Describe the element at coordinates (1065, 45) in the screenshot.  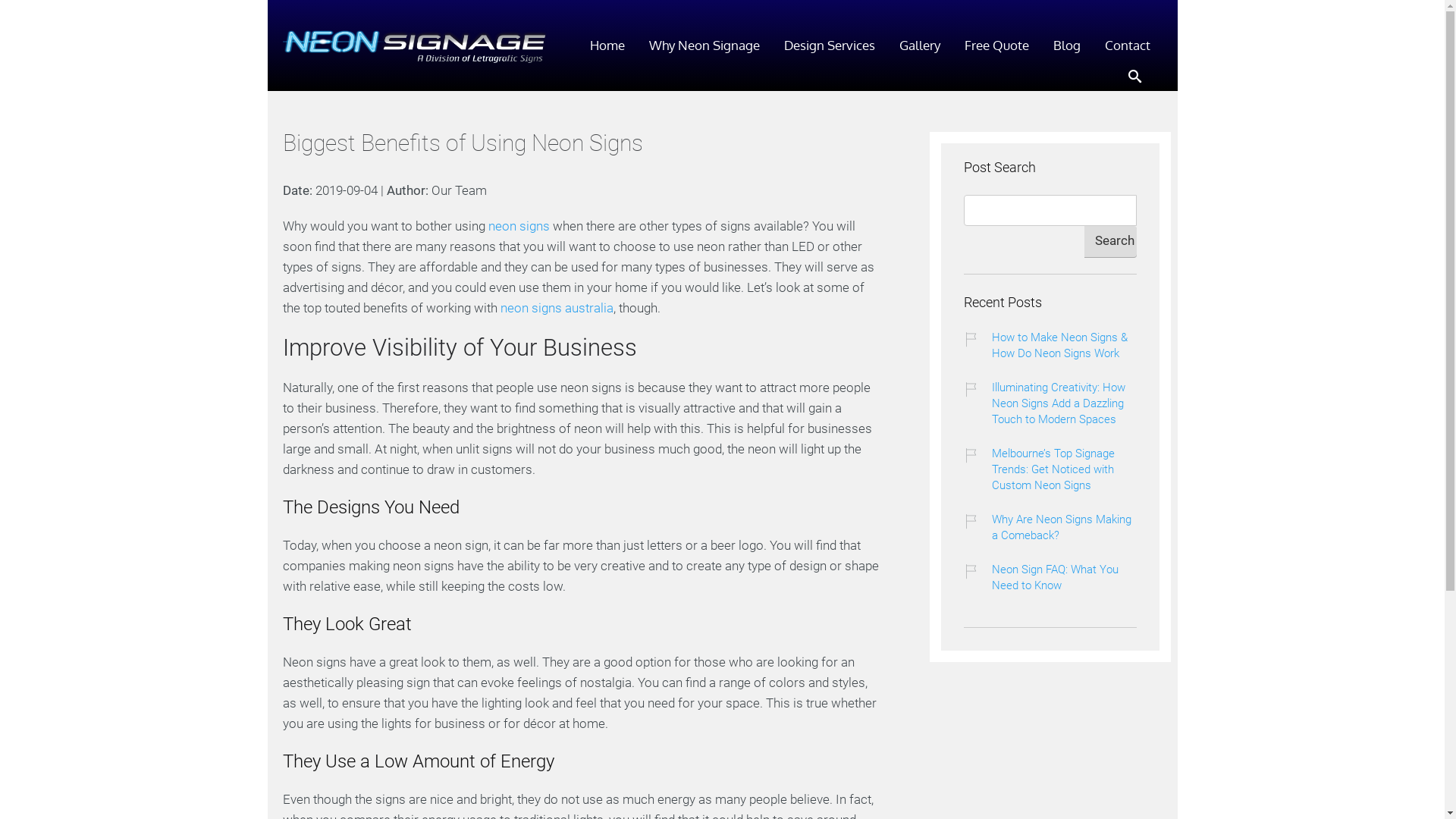
I see `'Blog'` at that location.